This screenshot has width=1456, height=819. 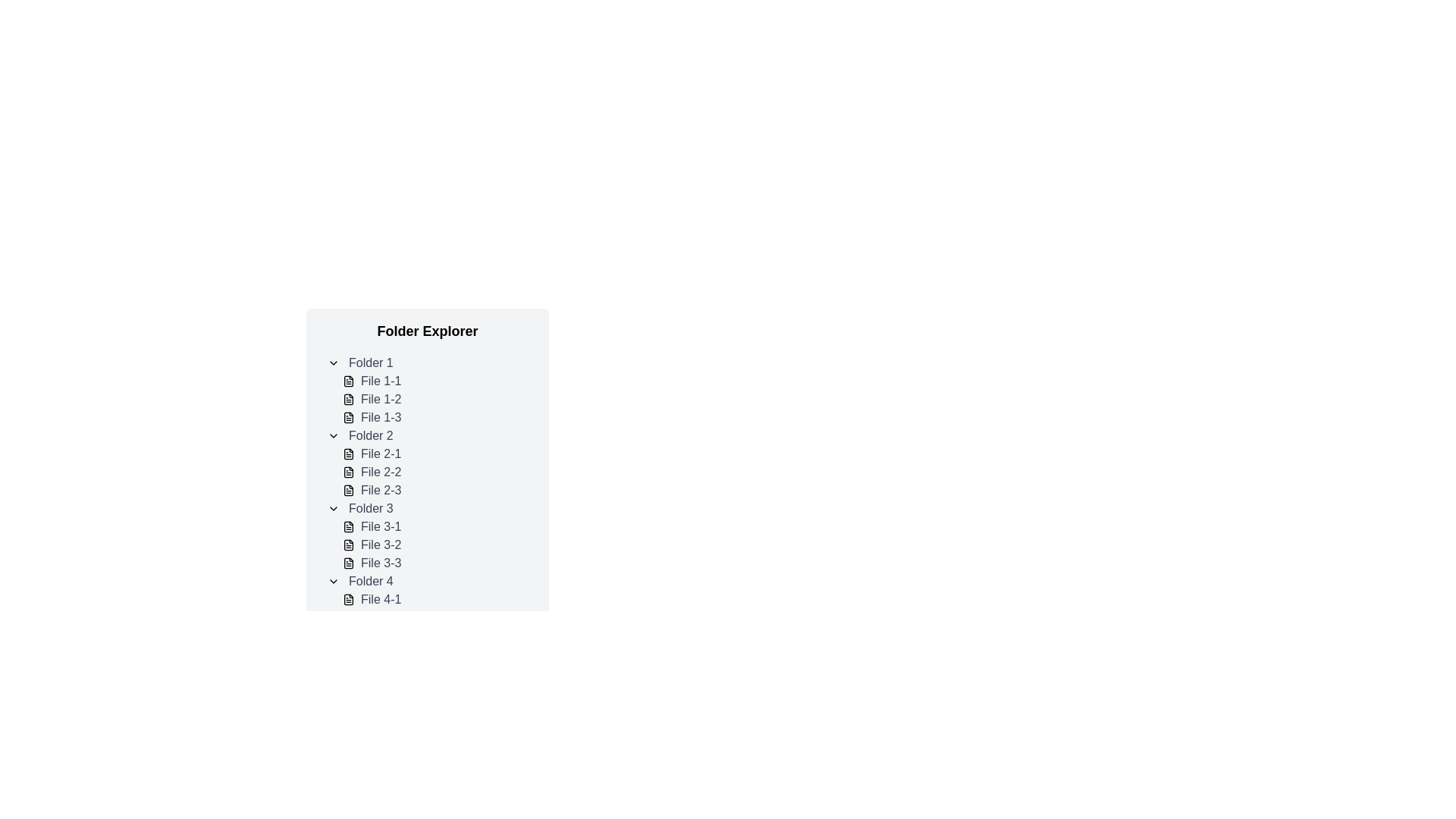 What do you see at coordinates (348, 380) in the screenshot?
I see `the small document icon located next to the text 'File 1-1' in the folder explorer panel under 'Folder 1'` at bounding box center [348, 380].